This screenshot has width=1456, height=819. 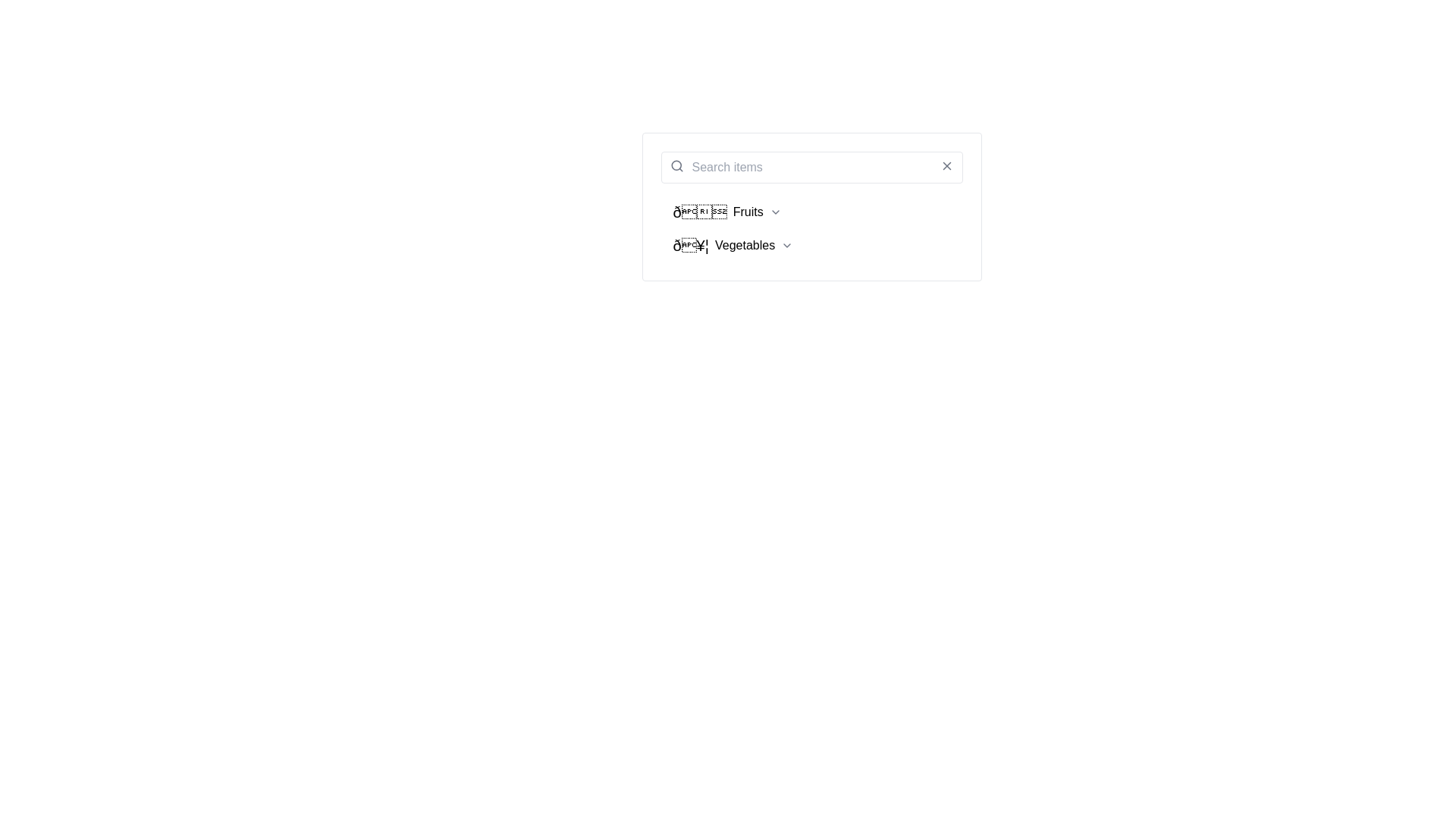 I want to click on the close icon button, represented by an 'X' symbol, to clear the input field located at the right of the search input field, so click(x=946, y=166).